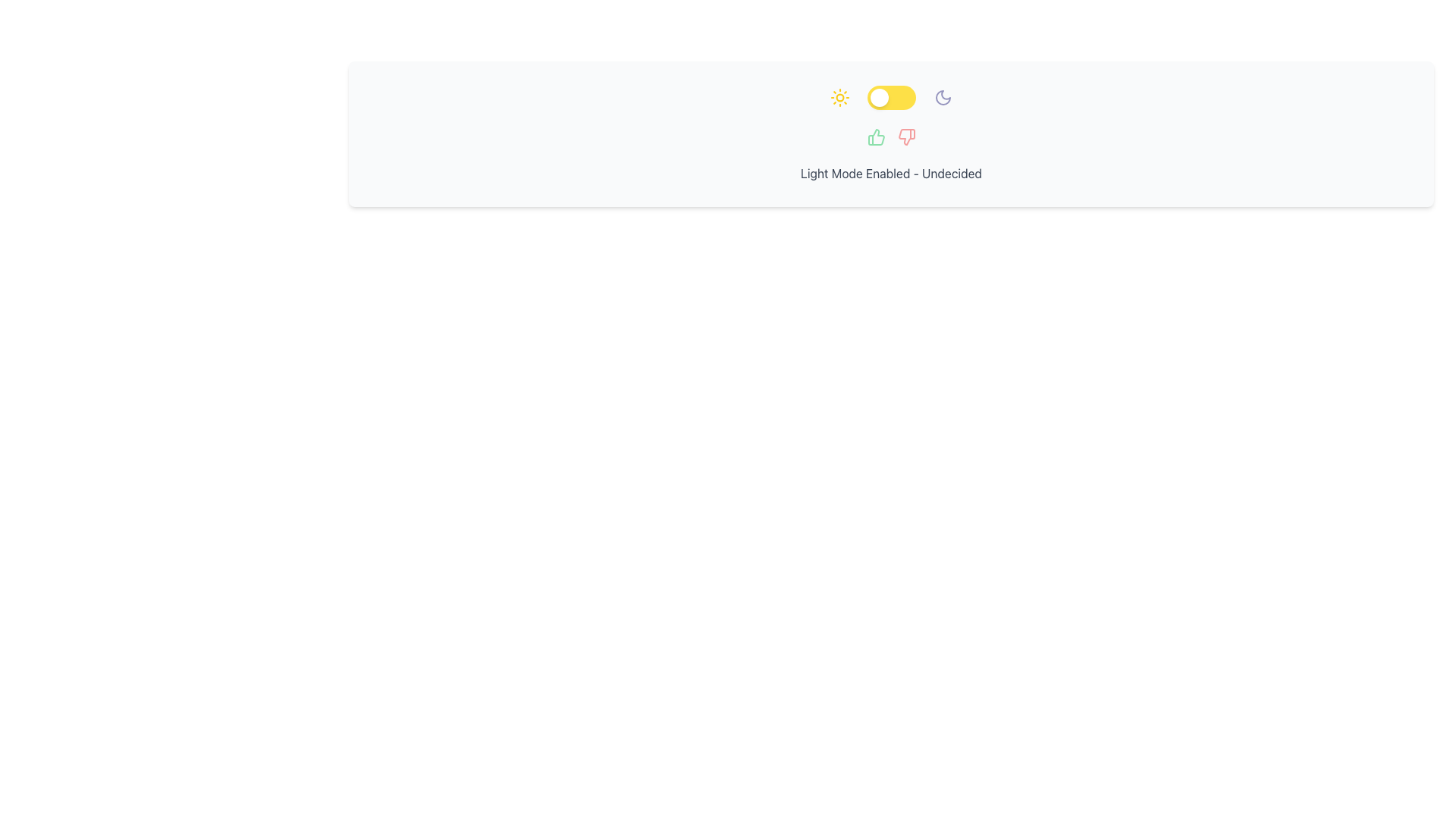  Describe the element at coordinates (906, 137) in the screenshot. I see `the red thumb-down icon to provide negative feedback, which is located to the right of the green thumbs-up icon in the bottom half of the header` at that location.